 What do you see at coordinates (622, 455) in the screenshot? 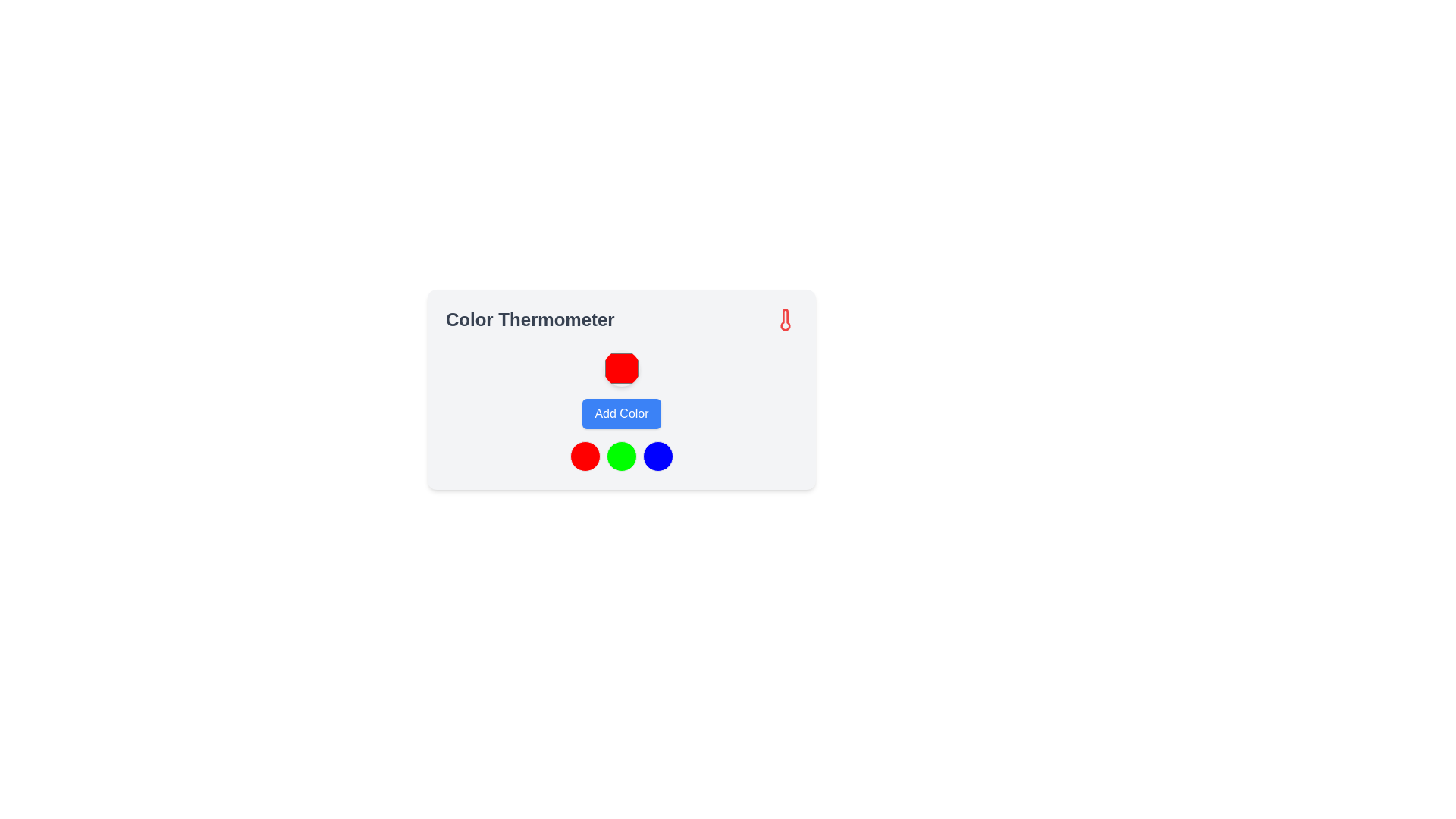
I see `the second colored circular marker, which is a vivid green button outlined in black, positioned between a red button on the left and a blue button on the right` at bounding box center [622, 455].